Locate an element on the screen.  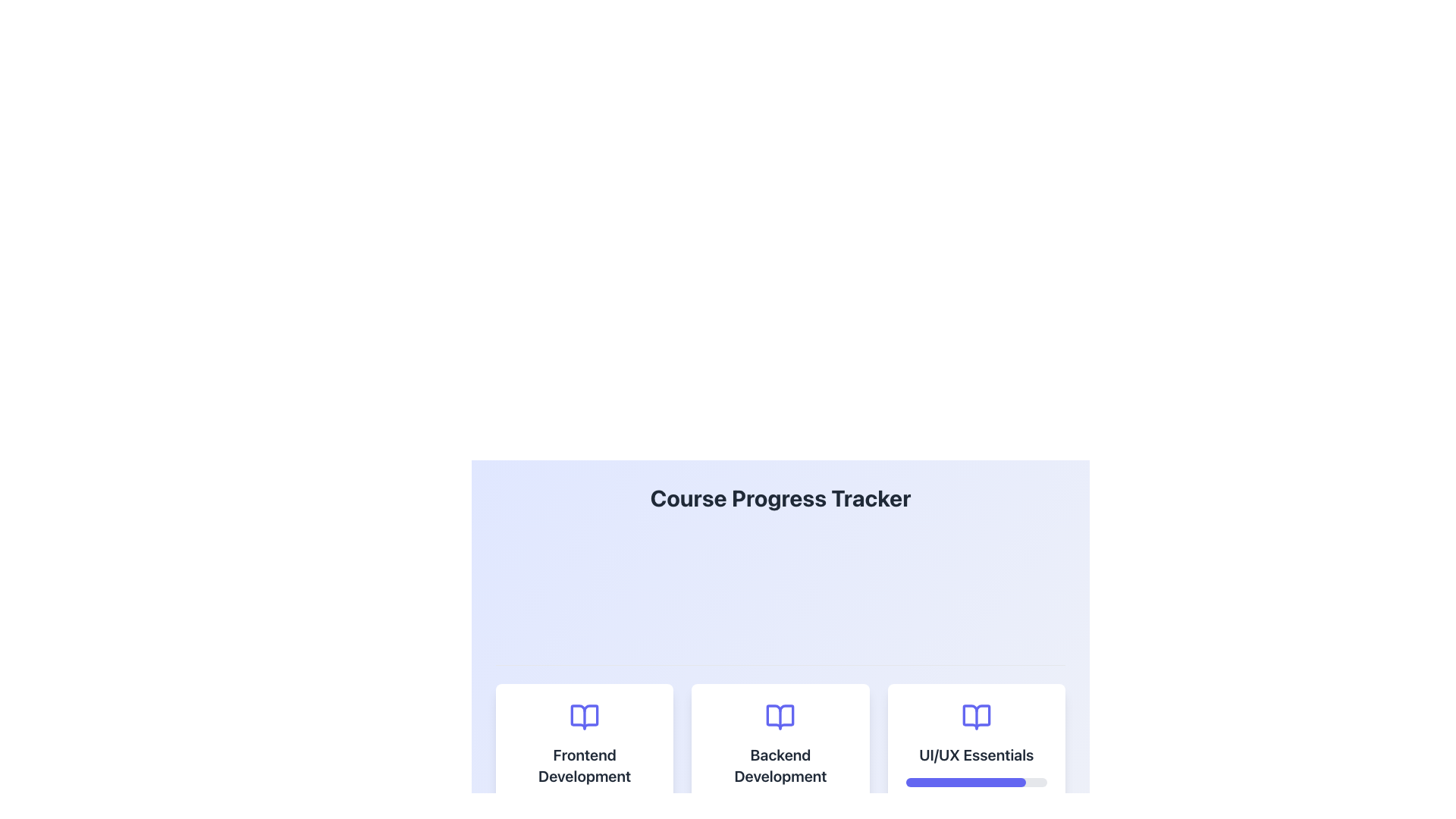
the filled indigo progress bar segment that visually represents 85% completion underneath the 'UI/UX Essentials' section is located at coordinates (965, 783).